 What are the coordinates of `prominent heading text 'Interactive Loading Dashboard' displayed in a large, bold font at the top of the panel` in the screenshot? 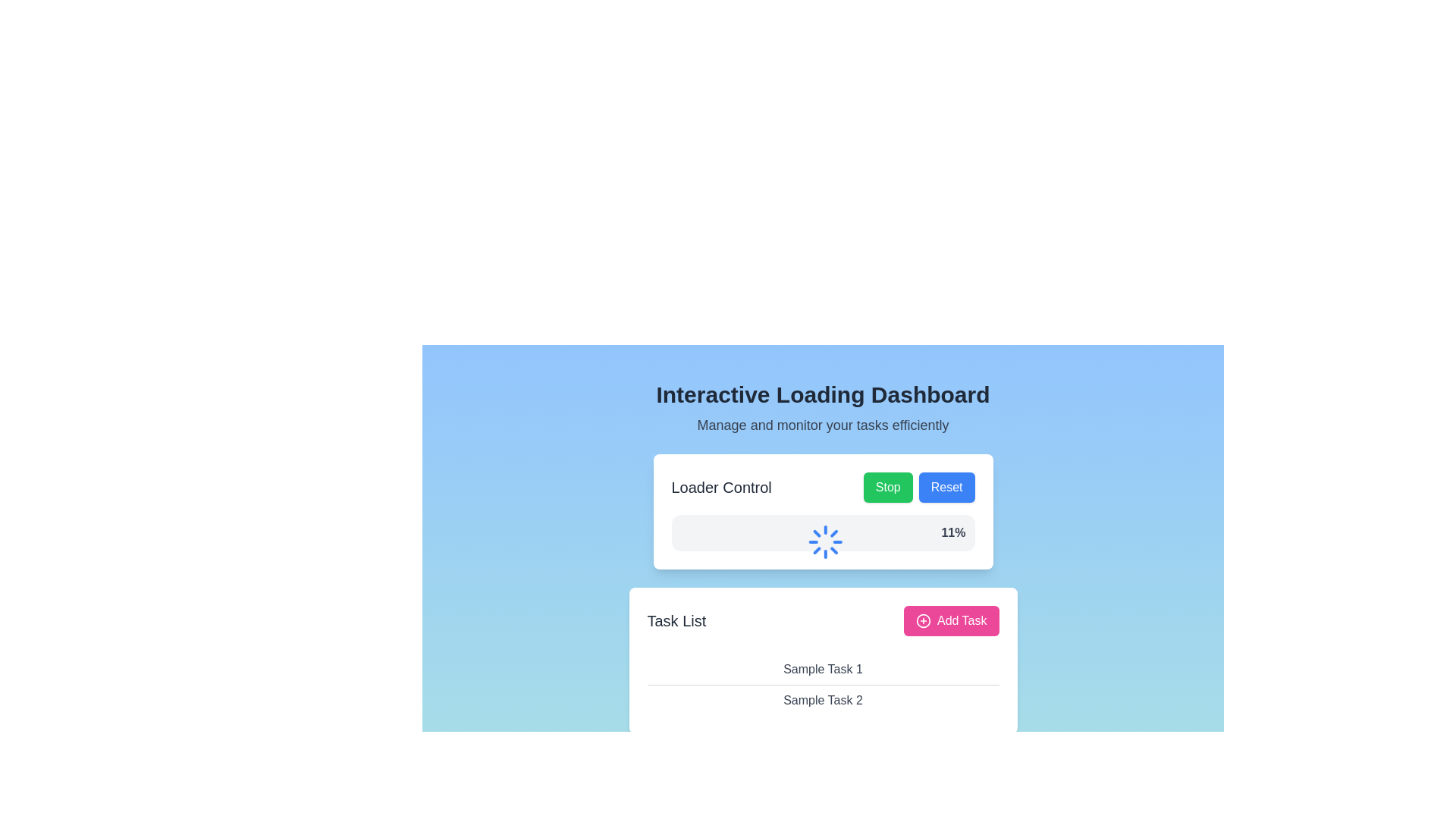 It's located at (822, 394).